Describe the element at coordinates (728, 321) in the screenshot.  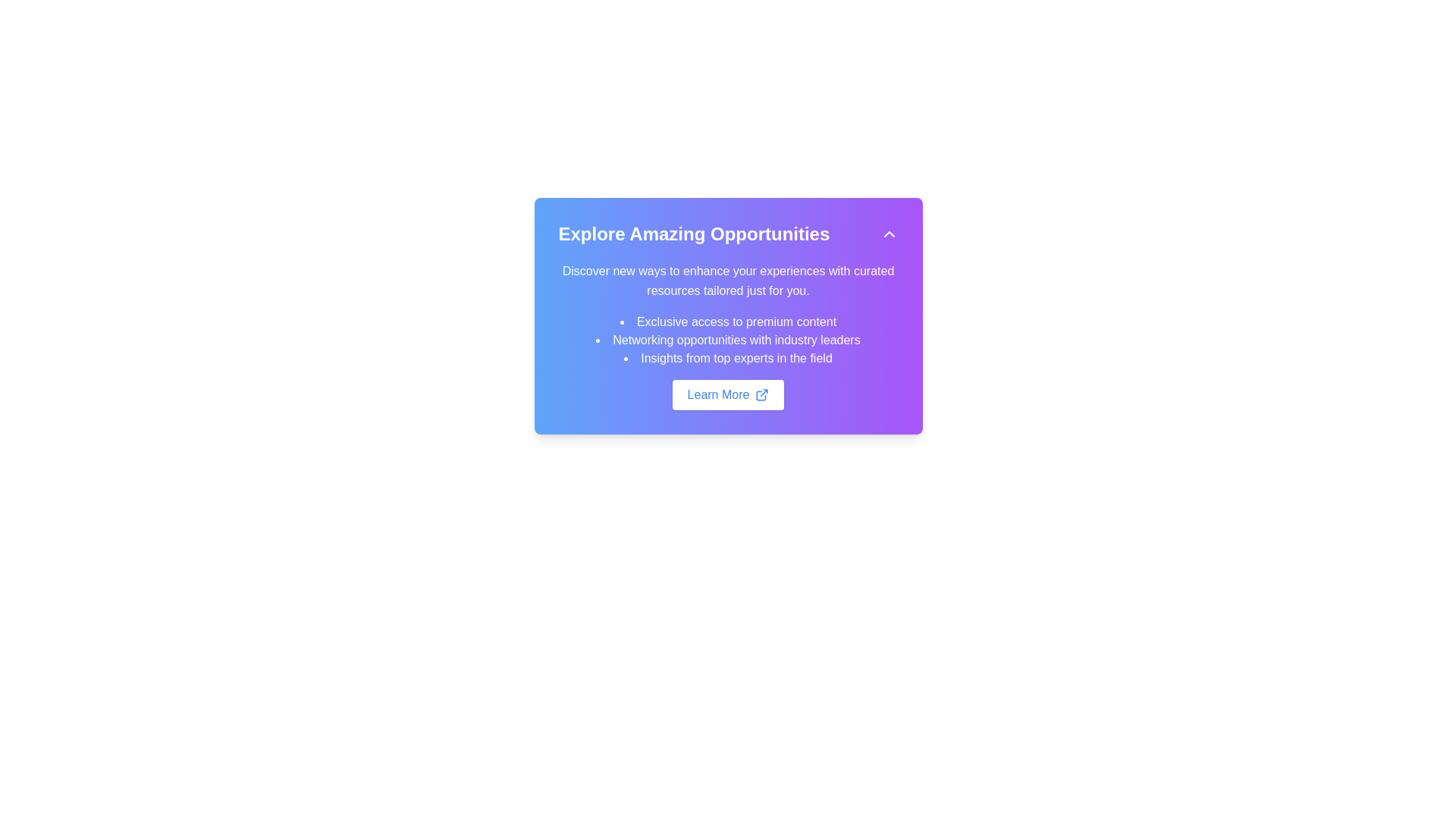
I see `the informational text item that conveys the availability of premium content access, which is the first item in a list of three bullet points within the 'Explore Amazing Opportunities' card` at that location.